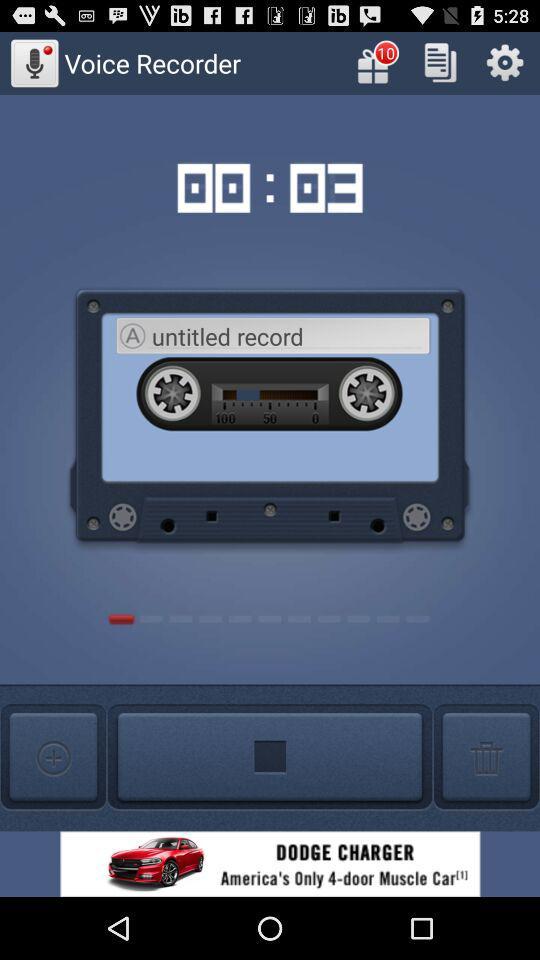 This screenshot has width=540, height=960. Describe the element at coordinates (504, 62) in the screenshot. I see `open settings` at that location.